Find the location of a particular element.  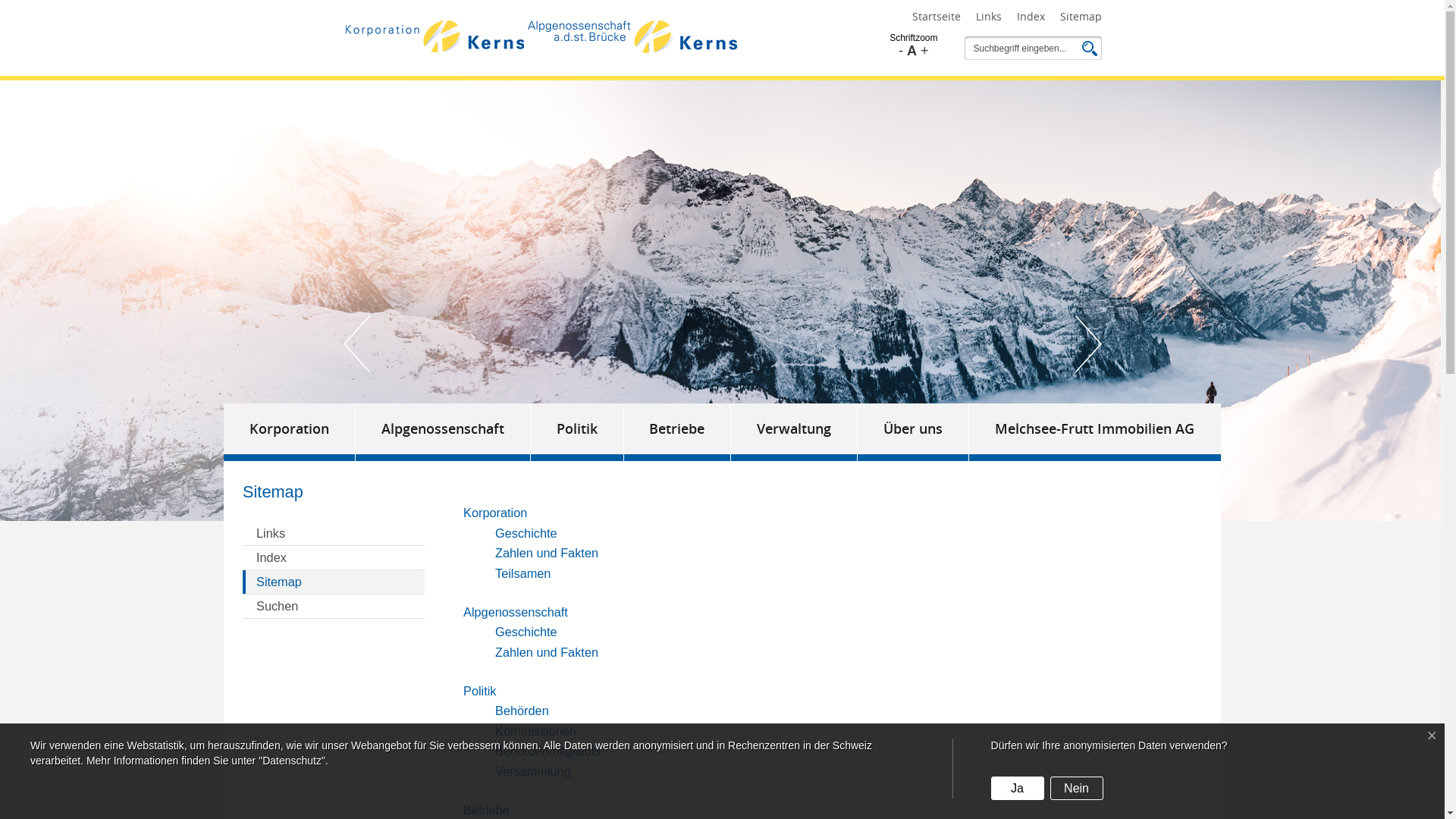

'Sitemap' is located at coordinates (333, 581).